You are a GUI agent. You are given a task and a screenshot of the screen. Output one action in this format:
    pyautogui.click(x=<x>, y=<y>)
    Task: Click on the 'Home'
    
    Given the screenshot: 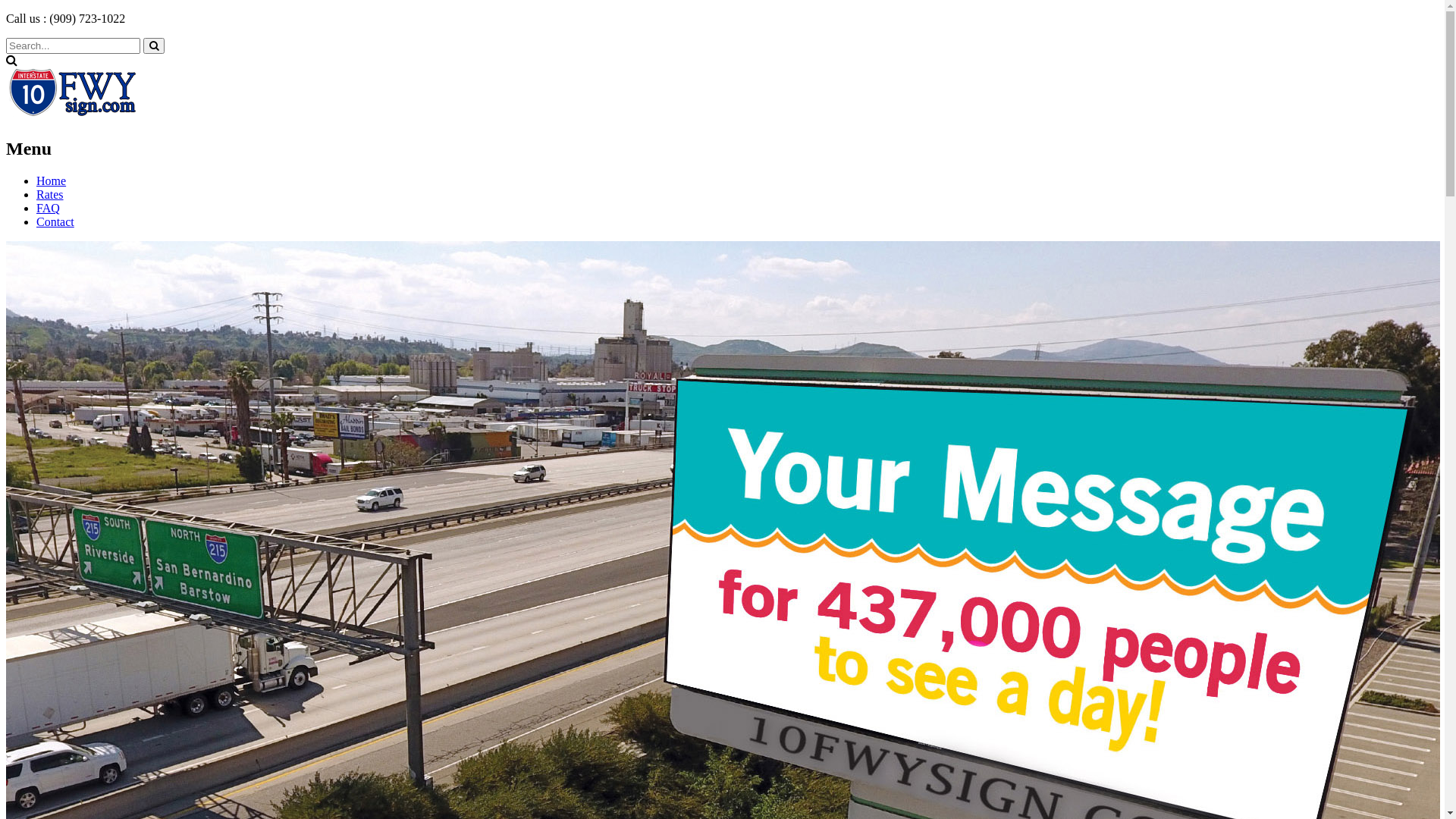 What is the action you would take?
    pyautogui.click(x=51, y=180)
    